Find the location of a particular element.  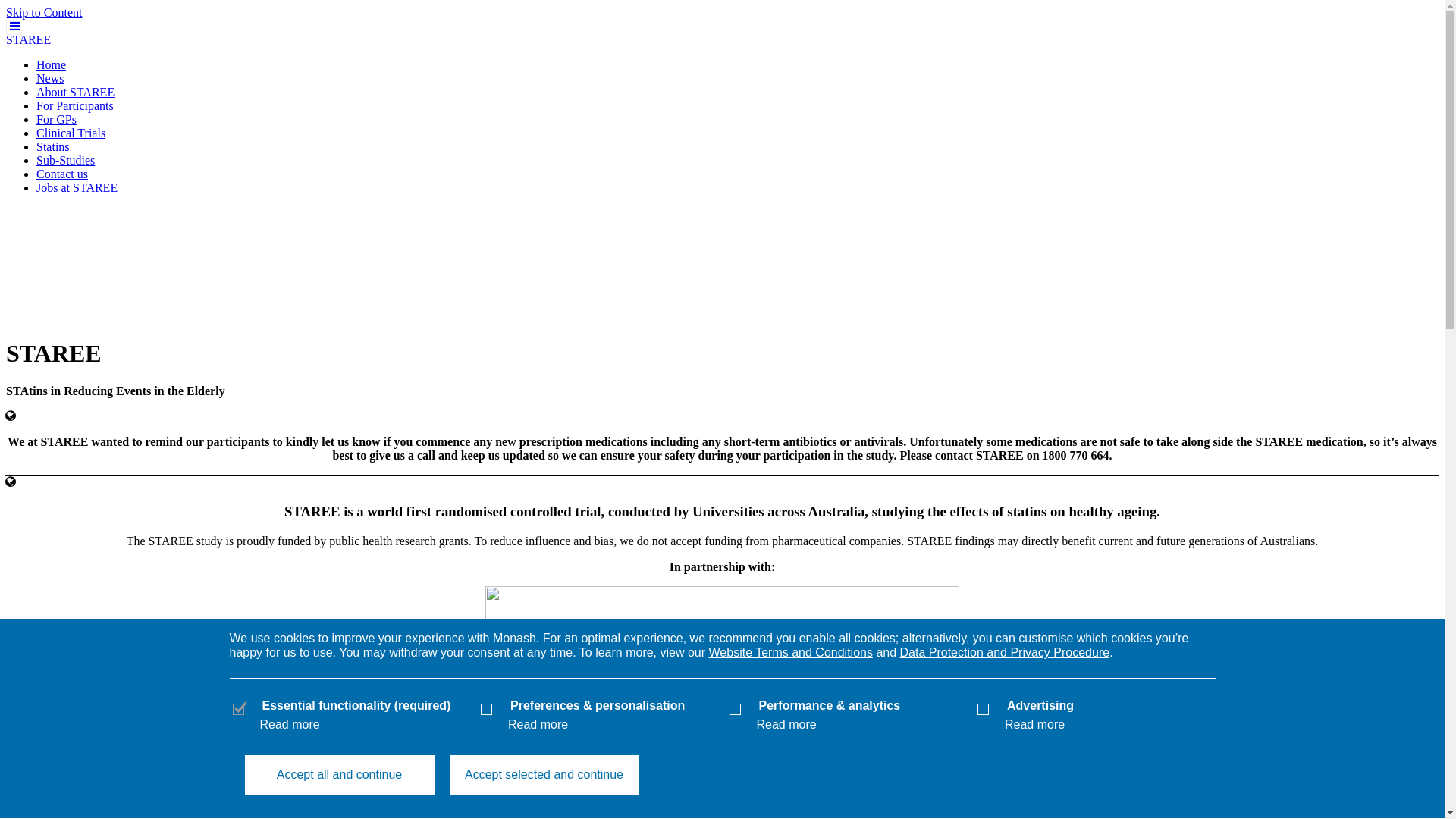

'News' is located at coordinates (36, 78).